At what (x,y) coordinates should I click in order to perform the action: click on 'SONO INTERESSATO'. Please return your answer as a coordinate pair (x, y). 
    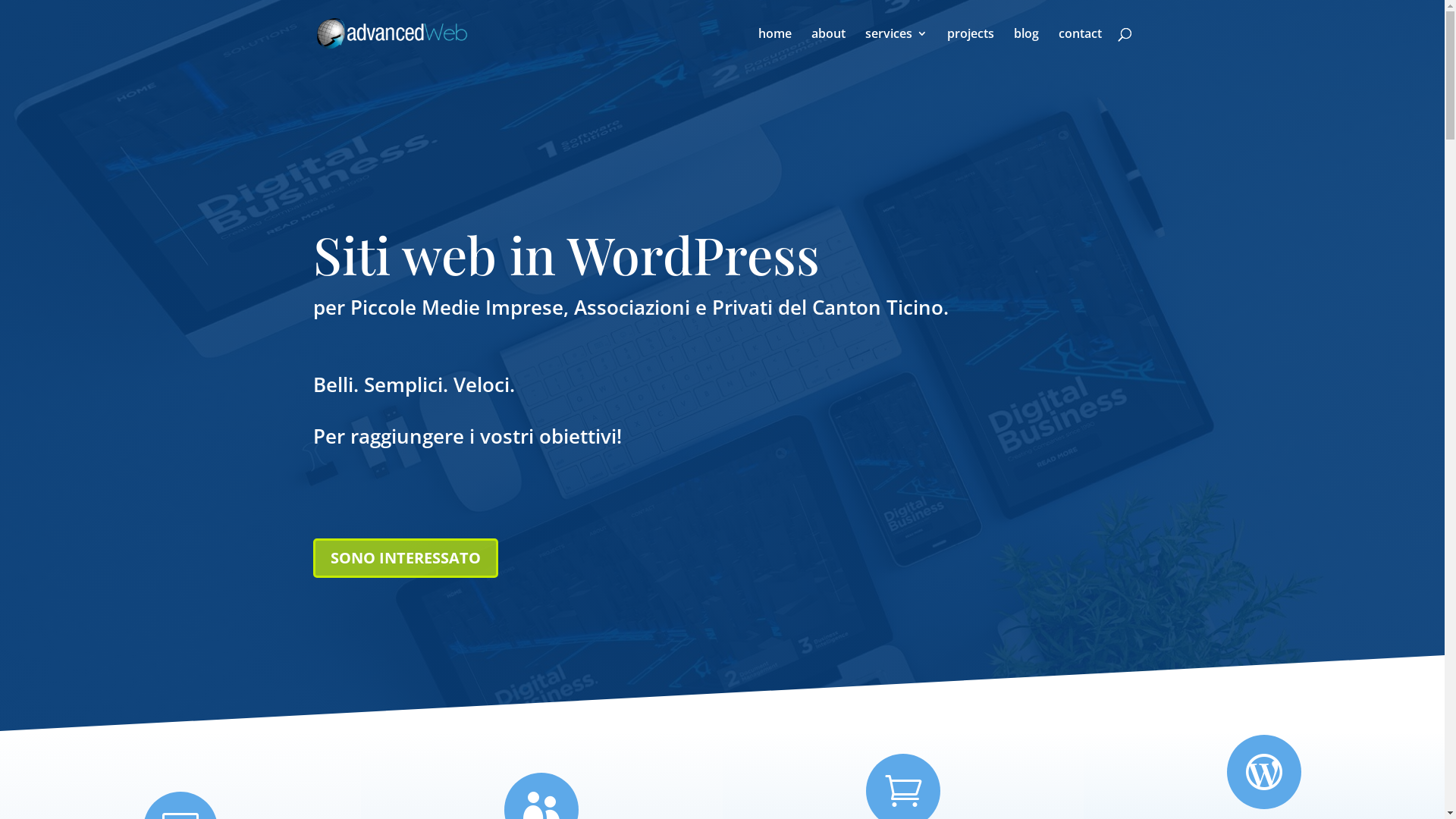
    Looking at the image, I should click on (312, 558).